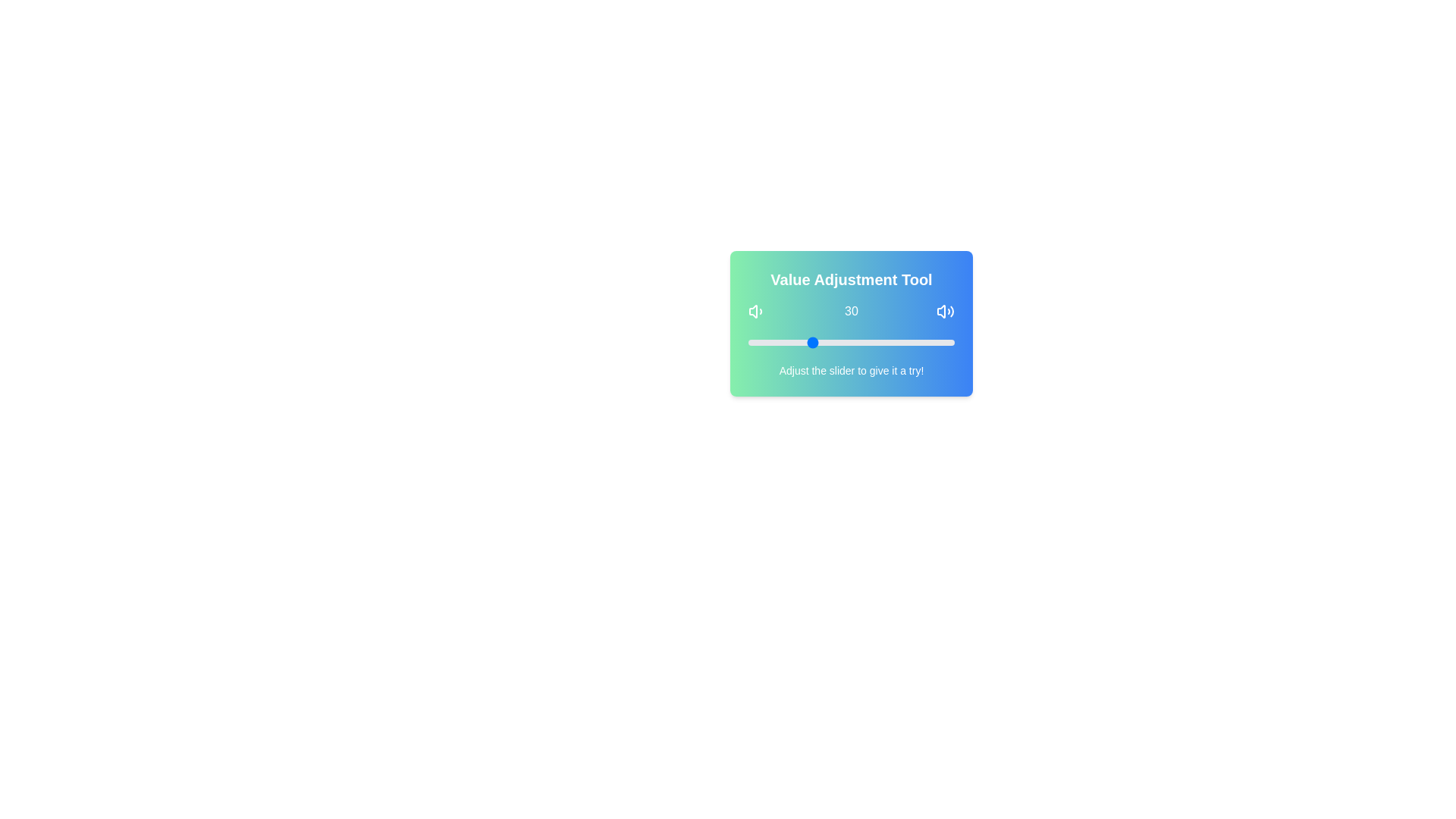 The width and height of the screenshot is (1456, 819). Describe the element at coordinates (753, 311) in the screenshot. I see `the volume control icon located on the left side of the volume adjustment tool interface, adjacent to the numerical value indicating the volume level` at that location.